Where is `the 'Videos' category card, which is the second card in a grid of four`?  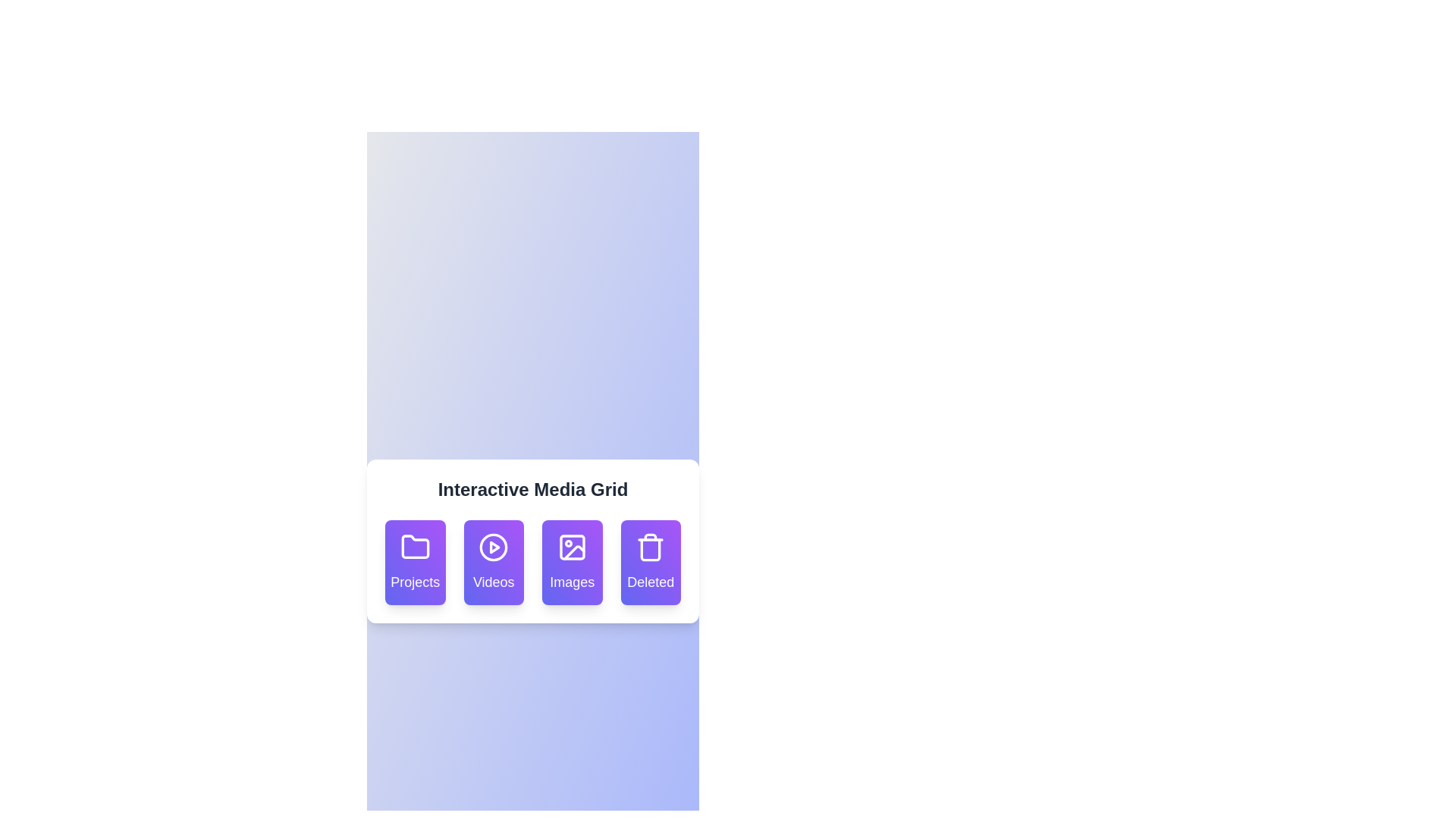
the 'Videos' category card, which is the second card in a grid of four is located at coordinates (494, 562).